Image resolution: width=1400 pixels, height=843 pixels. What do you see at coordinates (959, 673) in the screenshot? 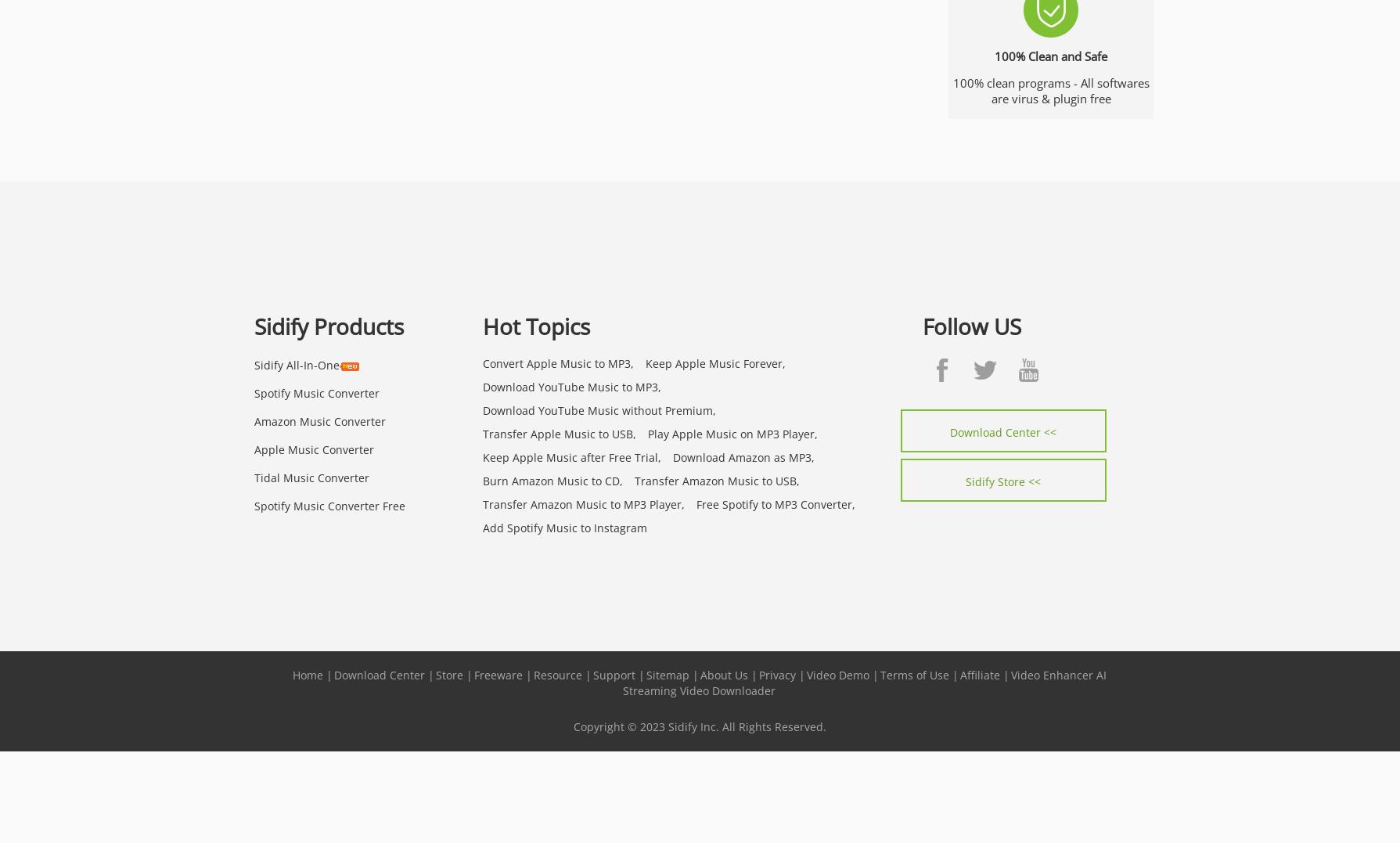
I see `'Affiliate'` at bounding box center [959, 673].